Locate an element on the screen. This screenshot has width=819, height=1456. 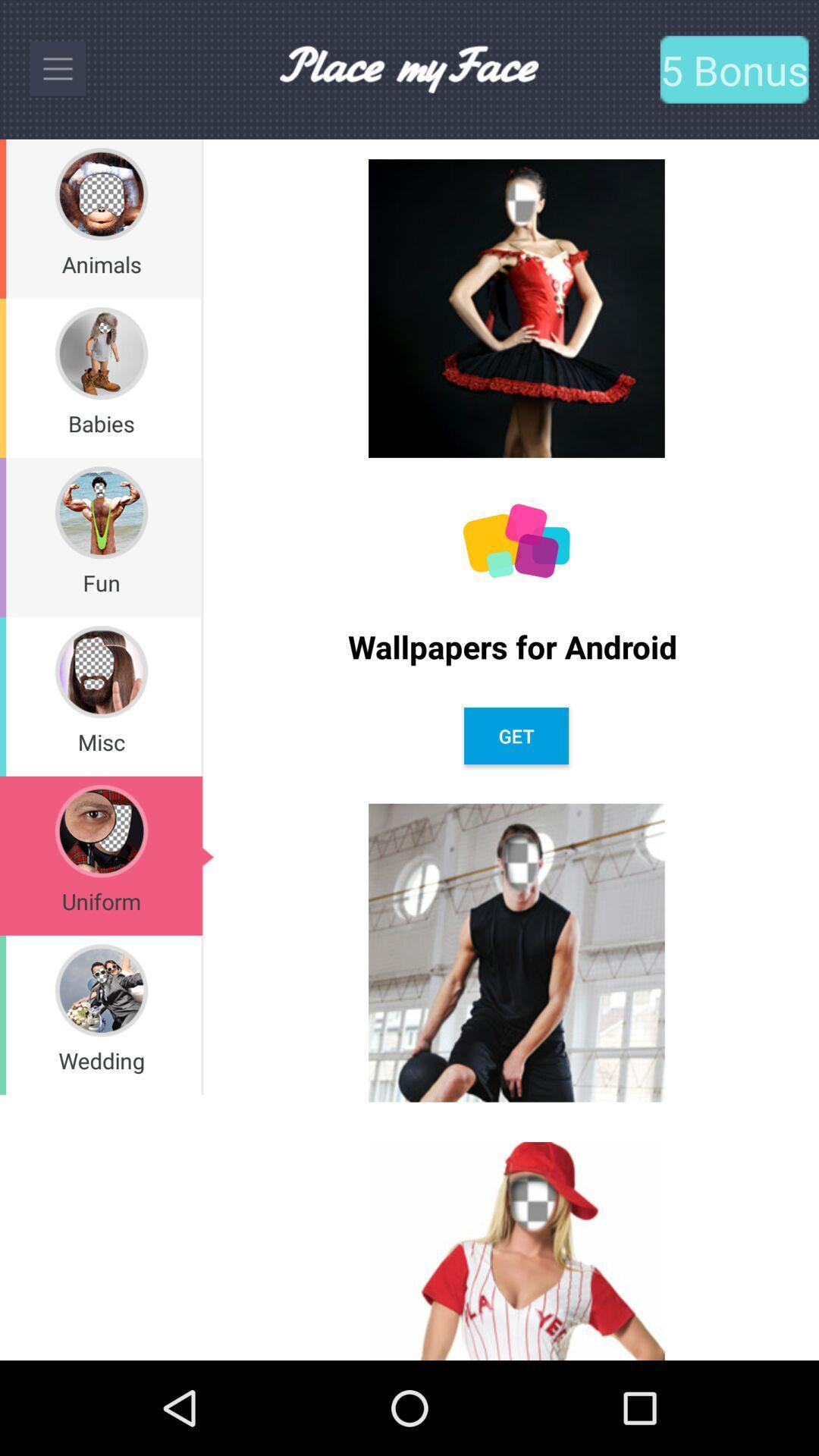
wallpapers for android  app is located at coordinates (516, 646).